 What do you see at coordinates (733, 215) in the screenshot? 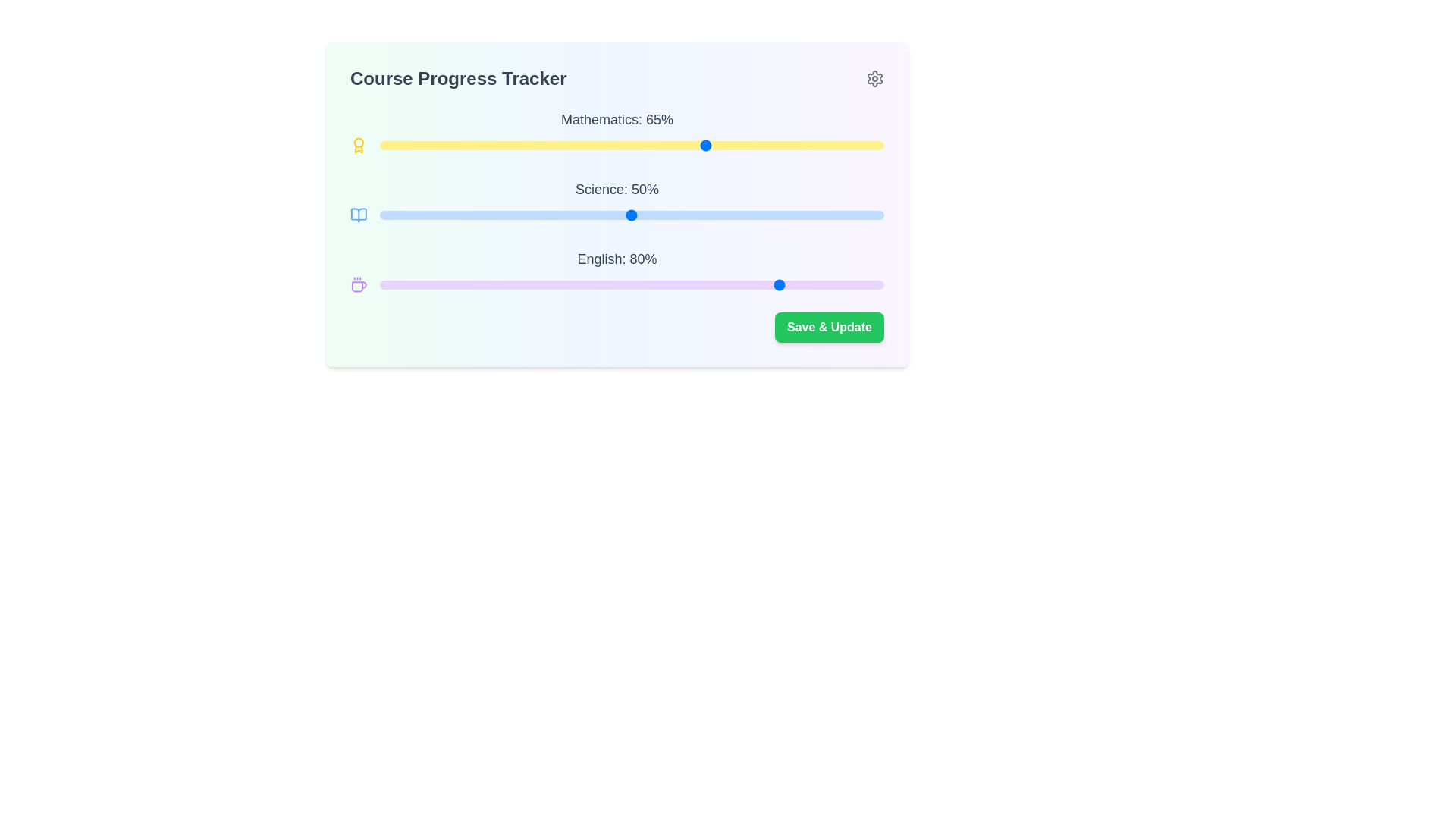
I see `the Science progress slider` at bounding box center [733, 215].